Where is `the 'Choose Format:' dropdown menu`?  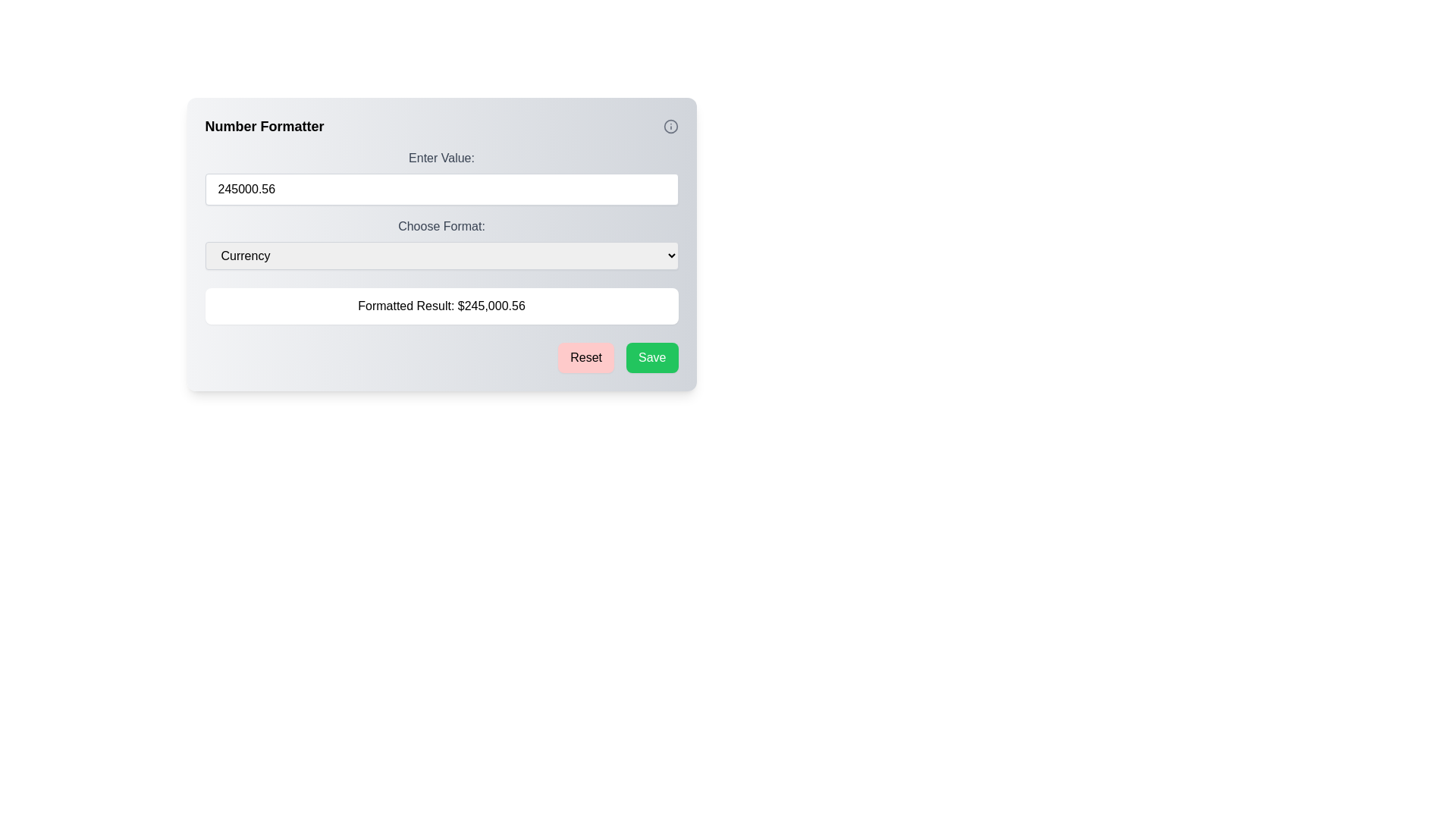
the 'Choose Format:' dropdown menu is located at coordinates (441, 243).